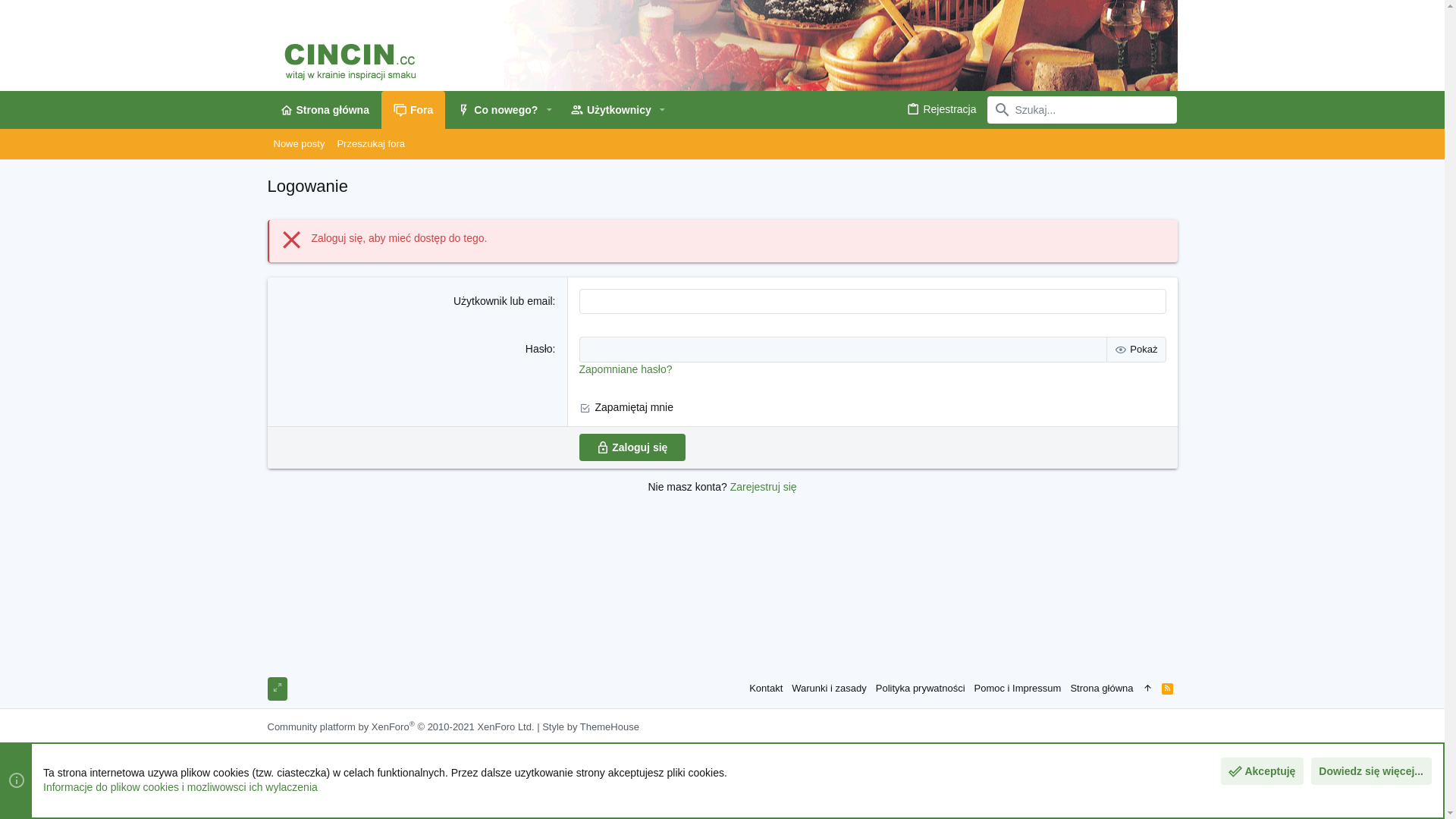 The width and height of the screenshot is (1456, 819). Describe the element at coordinates (1166, 688) in the screenshot. I see `'RSS'` at that location.